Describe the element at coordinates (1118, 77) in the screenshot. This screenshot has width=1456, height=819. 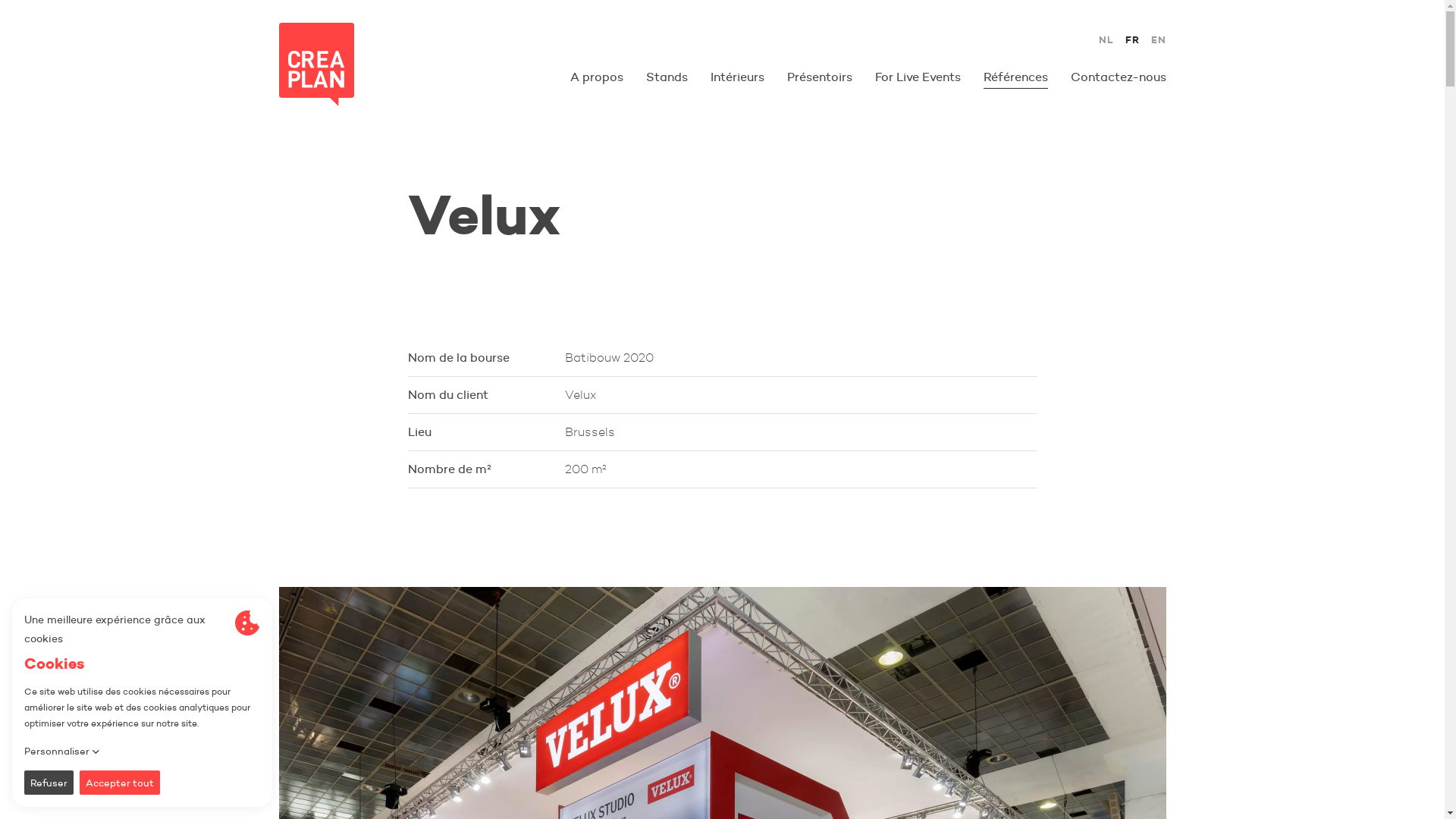
I see `'Contactez-nous'` at that location.